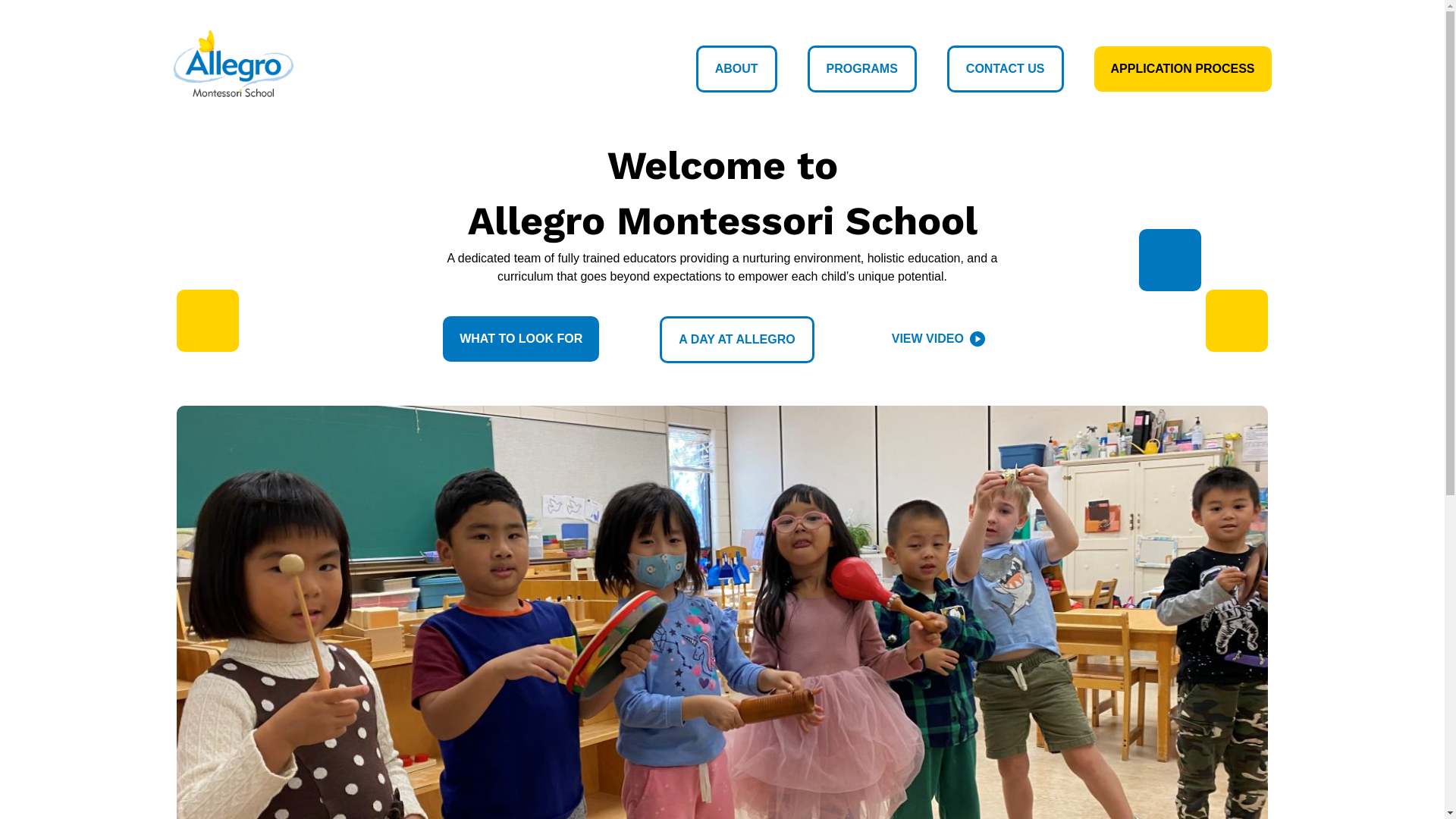 Image resolution: width=1456 pixels, height=819 pixels. Describe the element at coordinates (736, 68) in the screenshot. I see `'ABOUT'` at that location.